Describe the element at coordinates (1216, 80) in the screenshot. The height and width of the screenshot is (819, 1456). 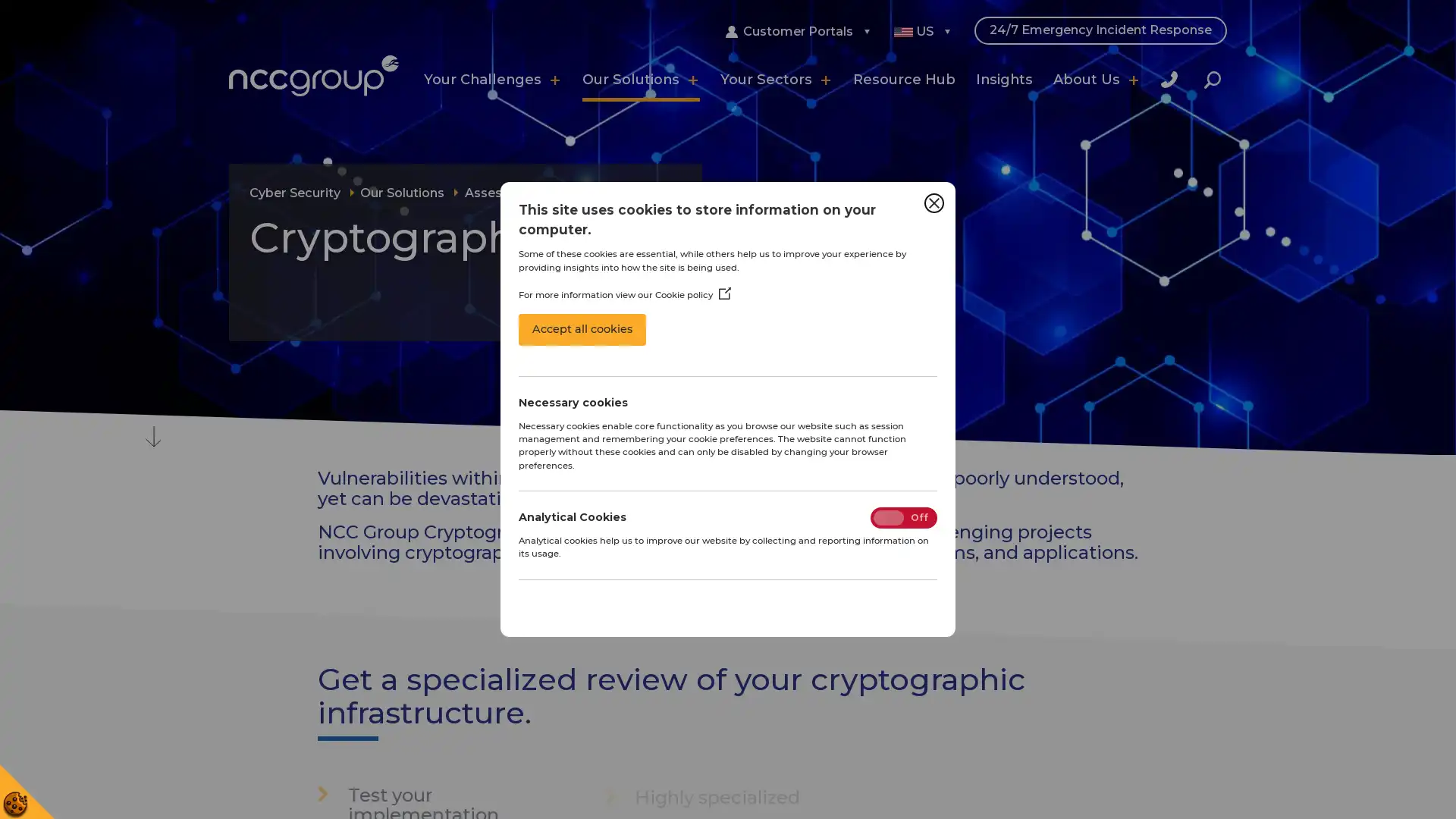
I see `Search` at that location.